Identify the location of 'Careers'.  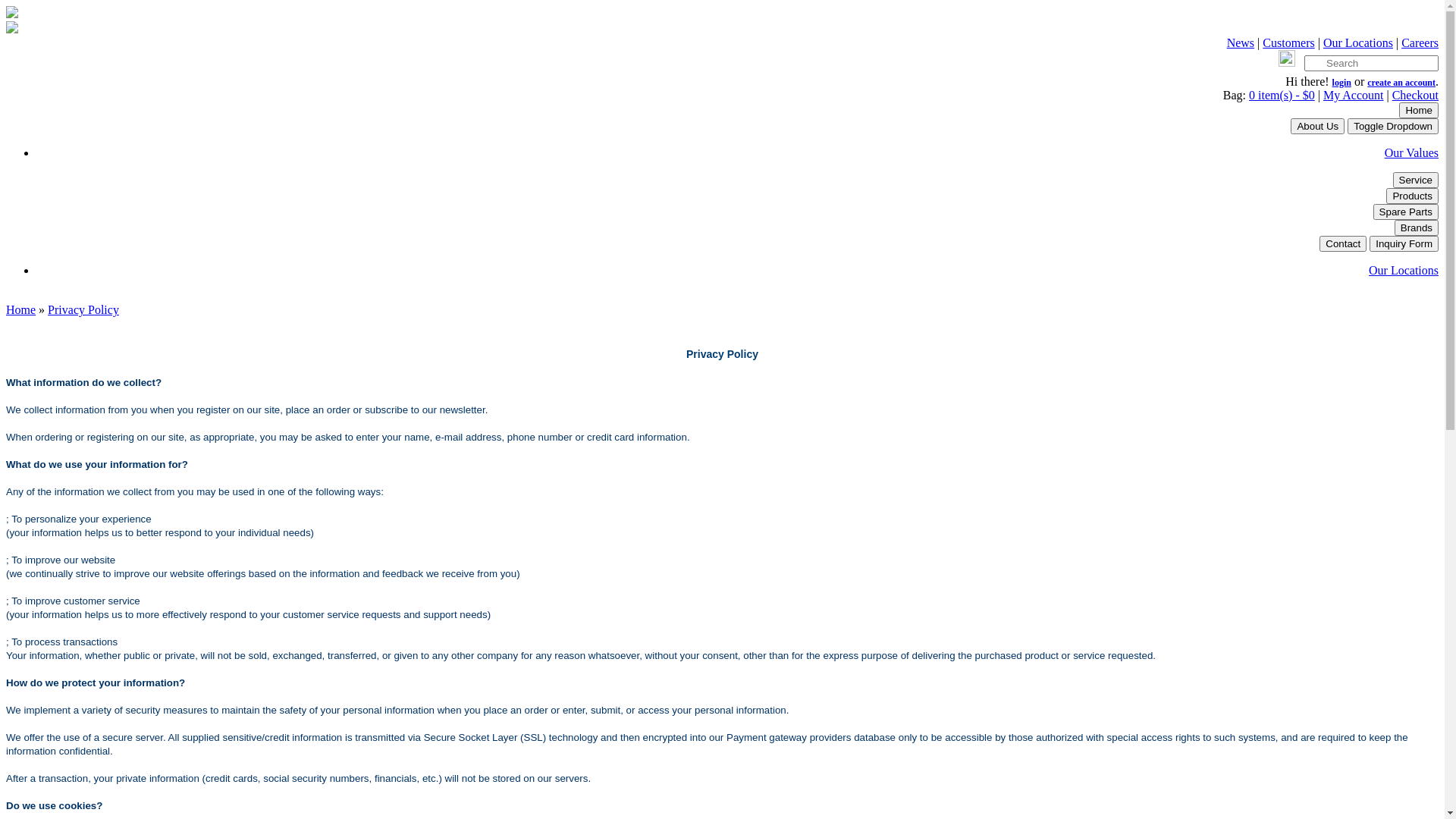
(1419, 42).